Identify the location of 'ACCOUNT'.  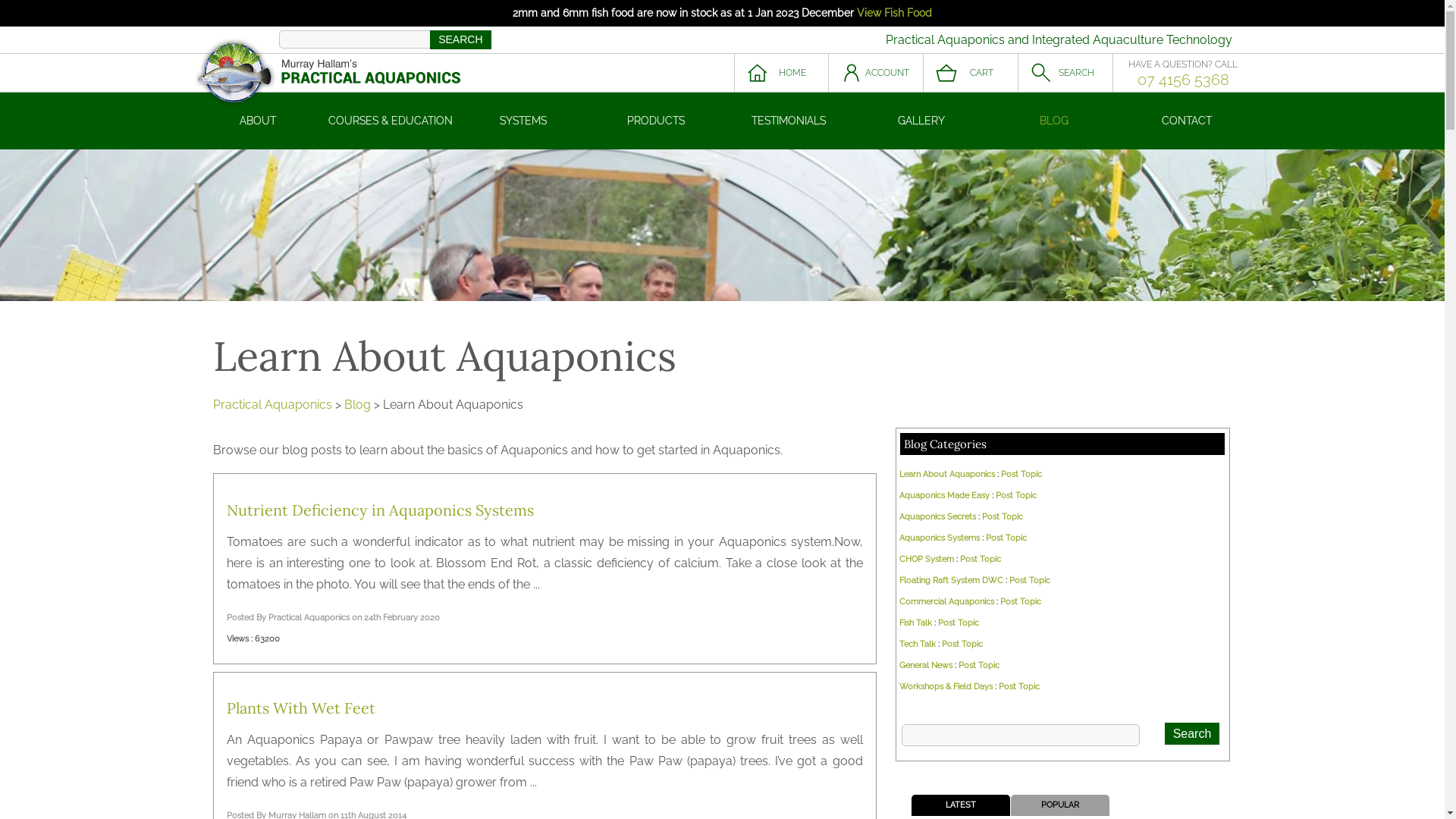
(875, 73).